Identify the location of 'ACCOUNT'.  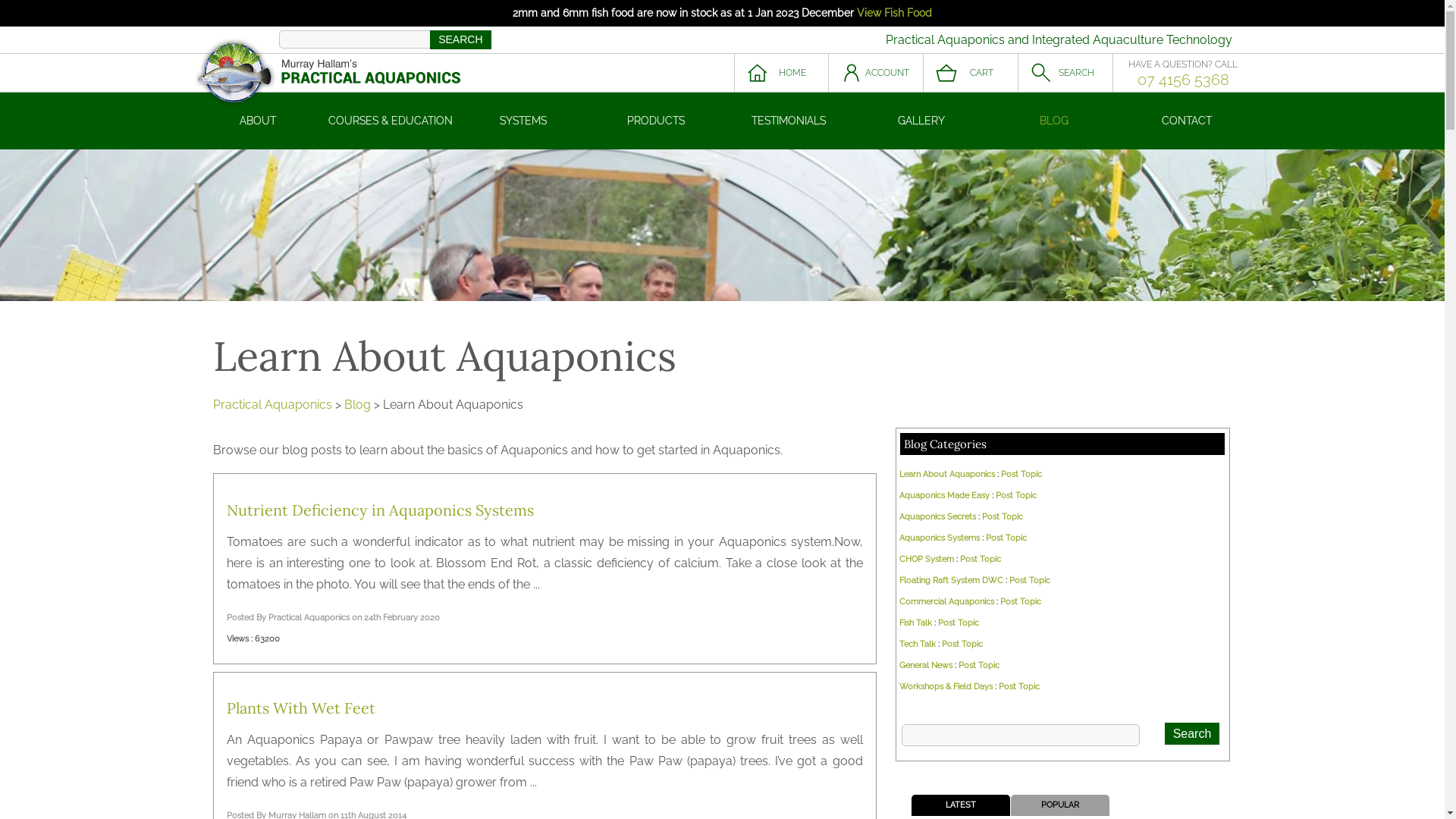
(875, 73).